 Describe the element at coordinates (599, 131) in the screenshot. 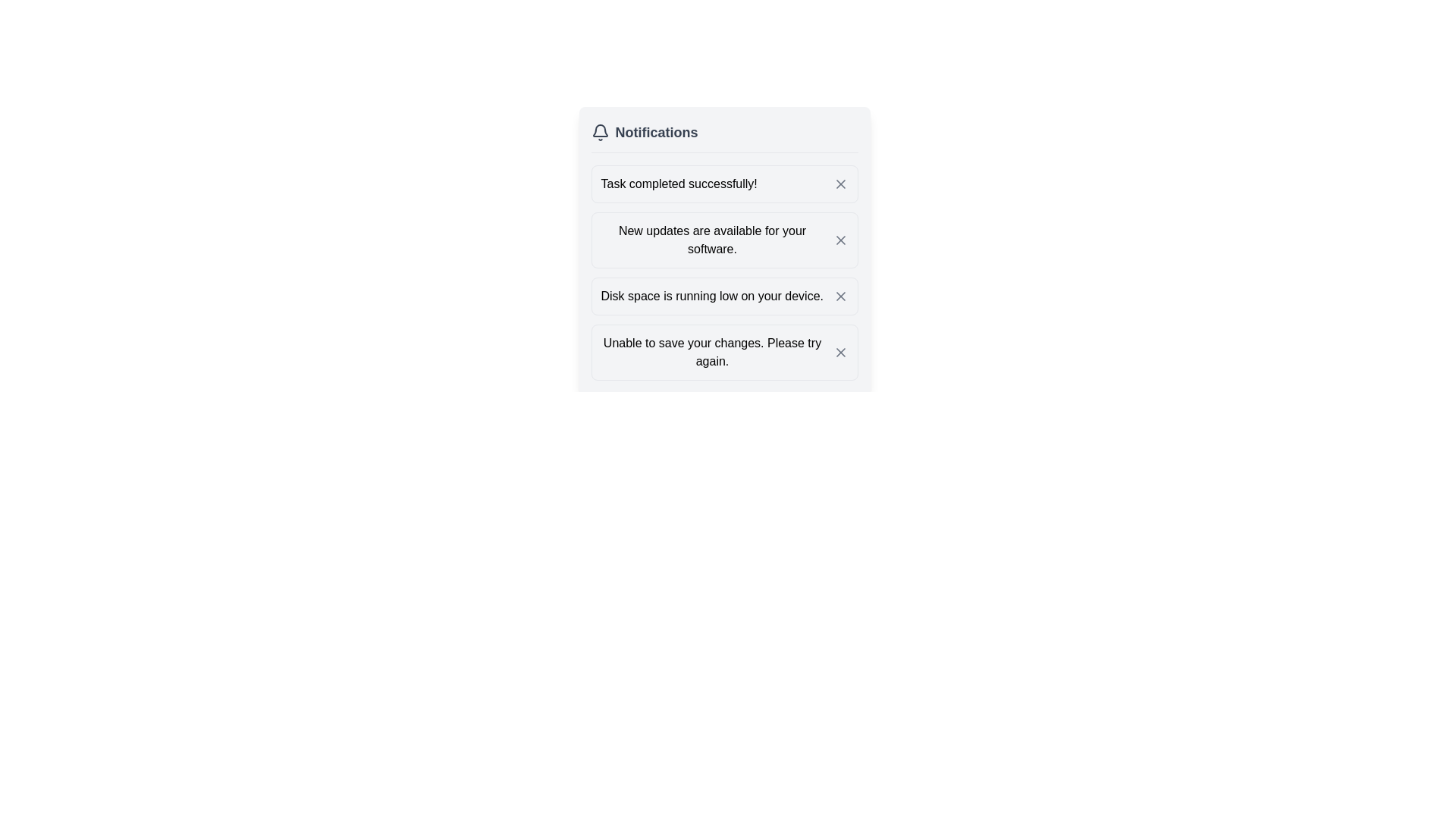

I see `the bell icon representing notifications, which is located at the very left of the 'Notifications' section header, preceding the text label 'Notifications'` at that location.